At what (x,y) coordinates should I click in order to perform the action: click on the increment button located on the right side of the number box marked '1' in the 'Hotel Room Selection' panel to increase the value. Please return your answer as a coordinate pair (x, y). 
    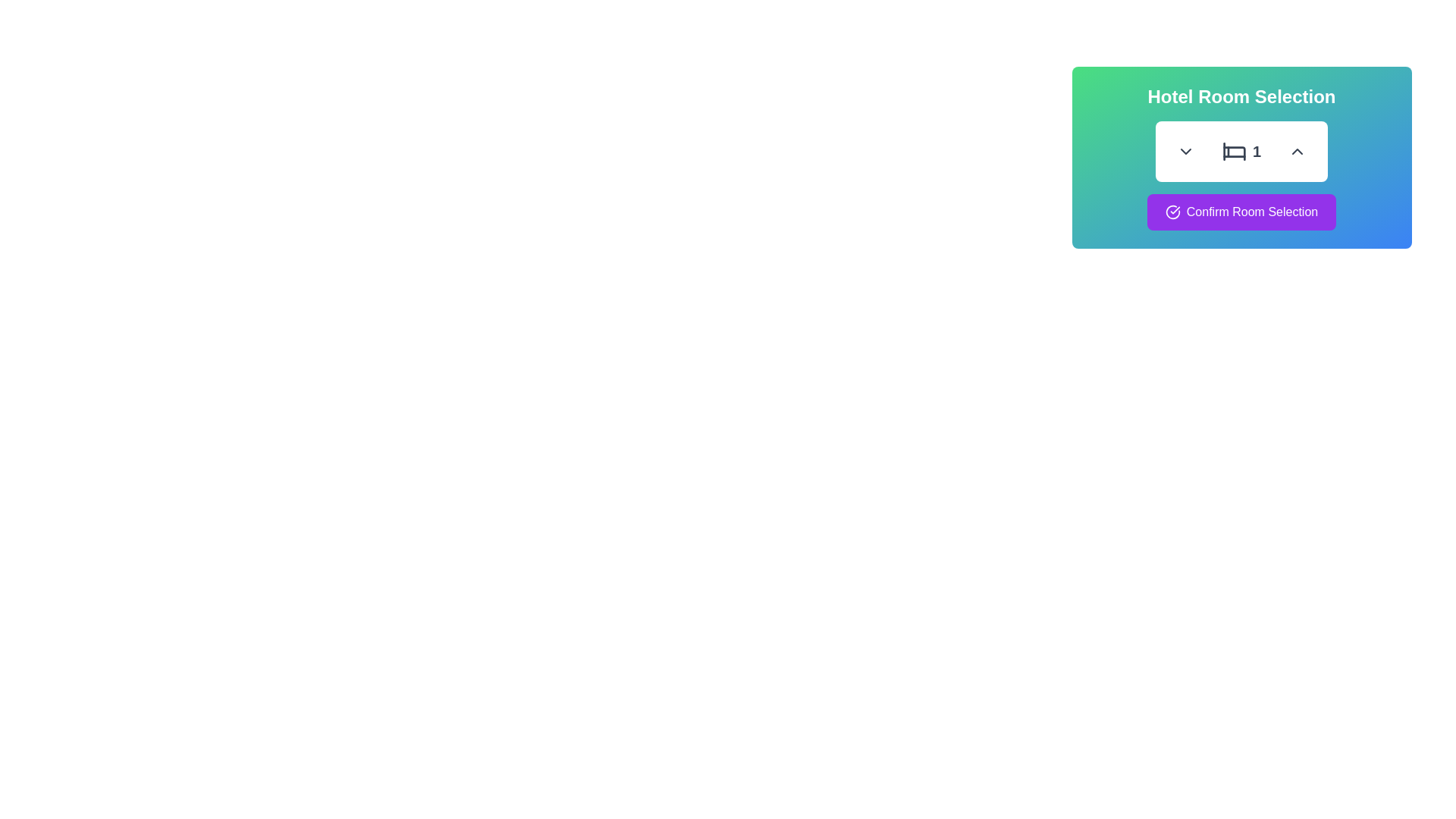
    Looking at the image, I should click on (1297, 152).